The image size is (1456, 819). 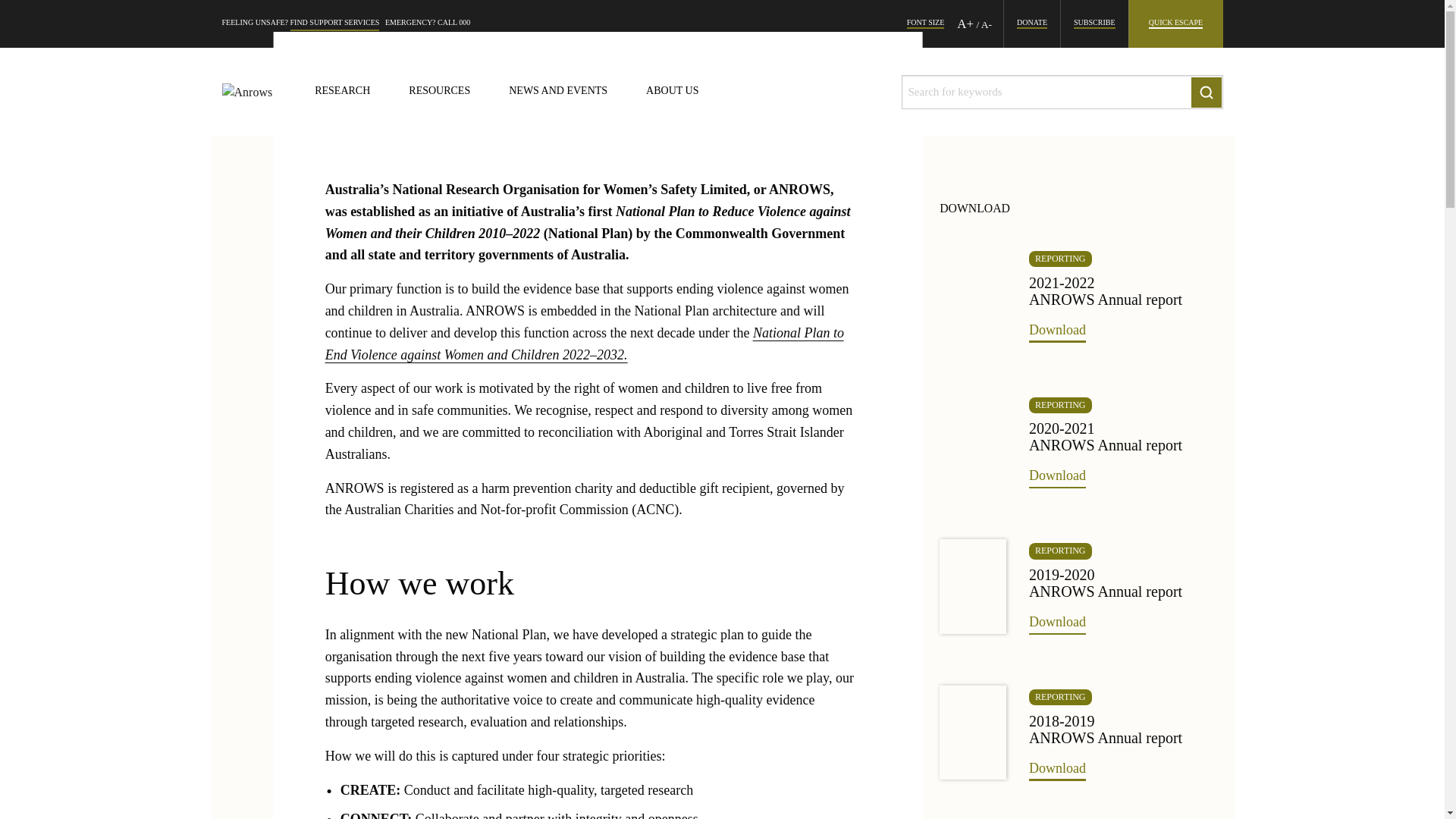 I want to click on 'A-', so click(x=981, y=24).